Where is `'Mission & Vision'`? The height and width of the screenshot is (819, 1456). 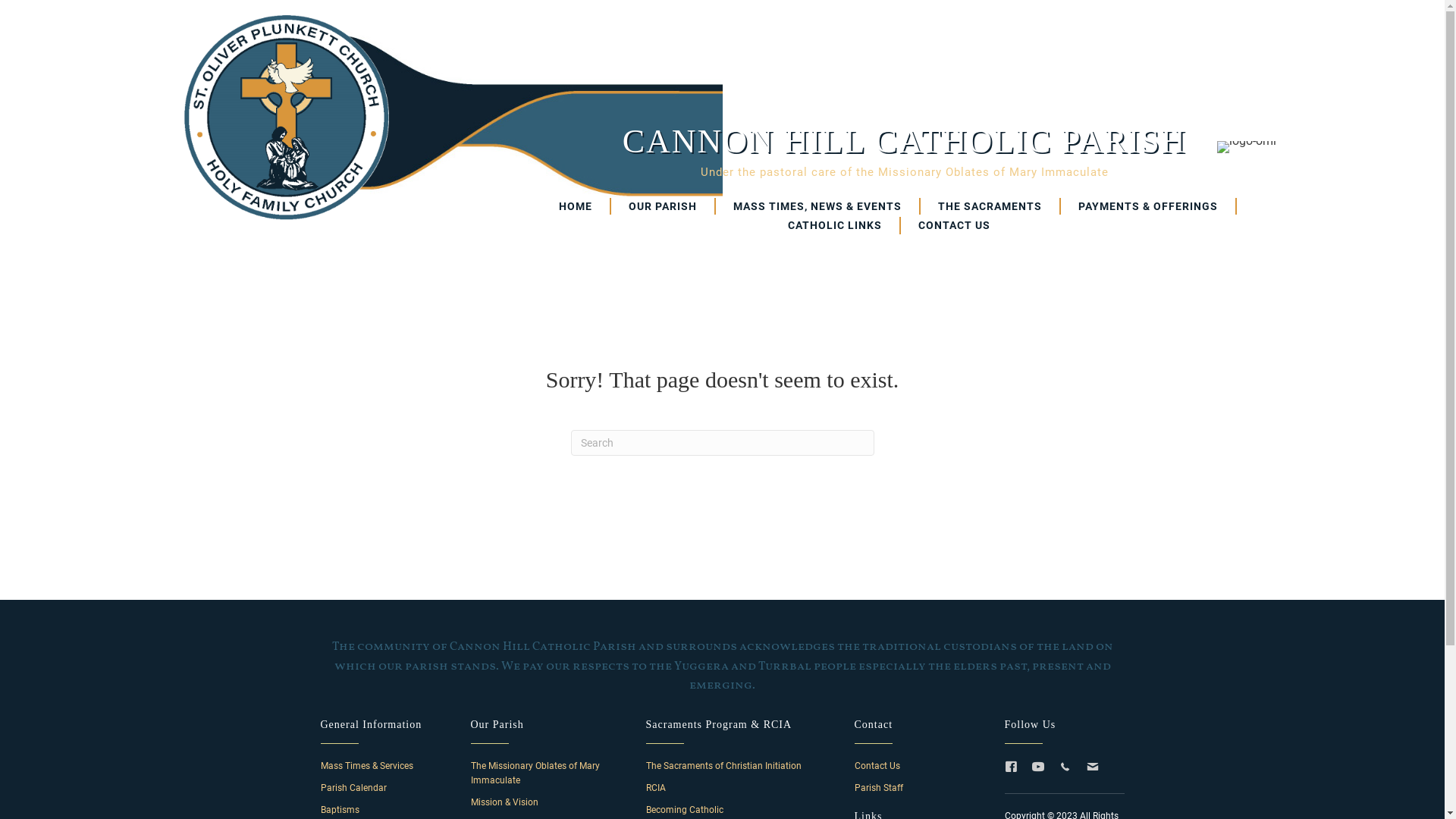
'Mission & Vision' is located at coordinates (504, 801).